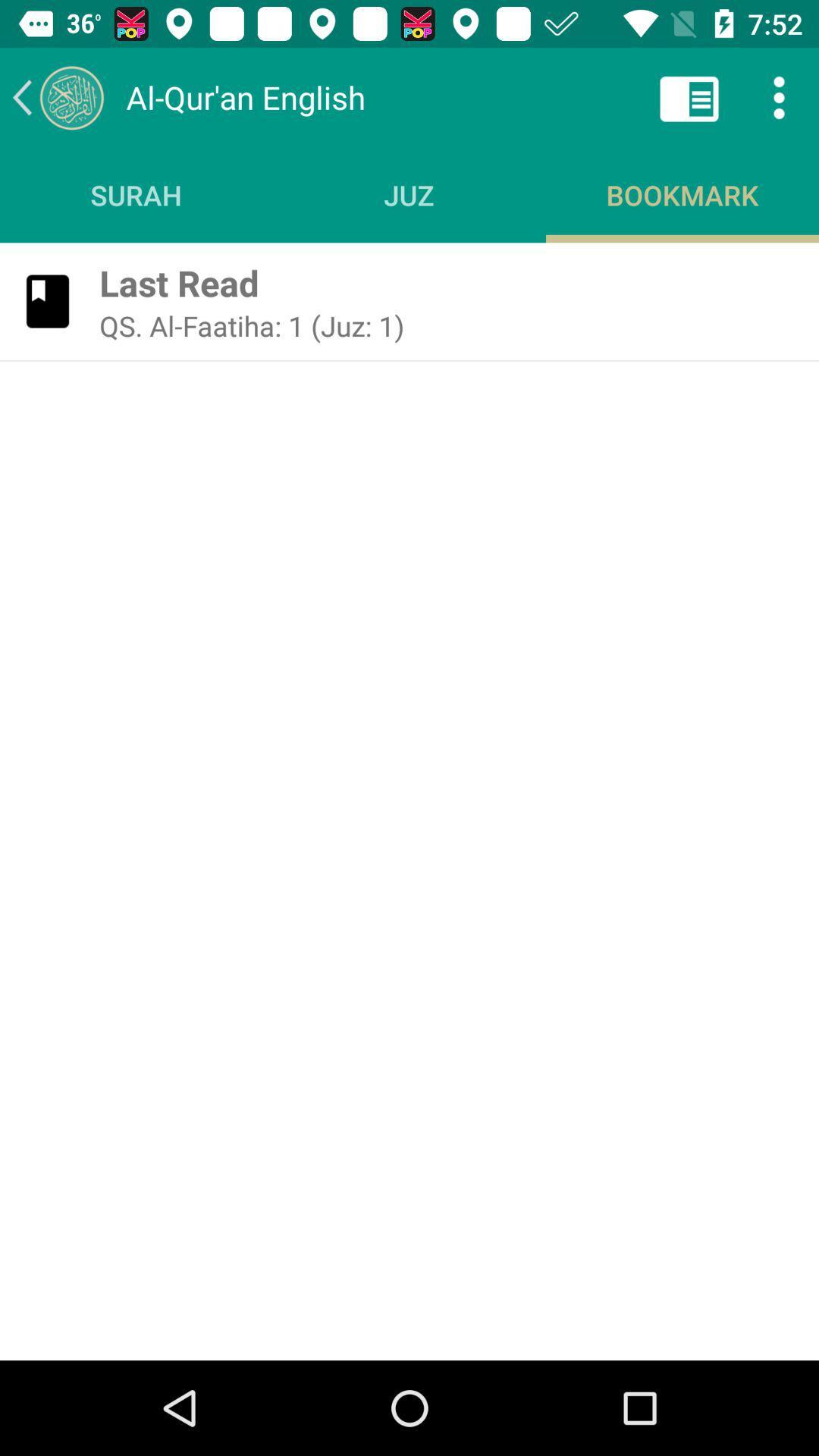 Image resolution: width=819 pixels, height=1456 pixels. What do you see at coordinates (57, 96) in the screenshot?
I see `the icon to the left of the al qur an` at bounding box center [57, 96].